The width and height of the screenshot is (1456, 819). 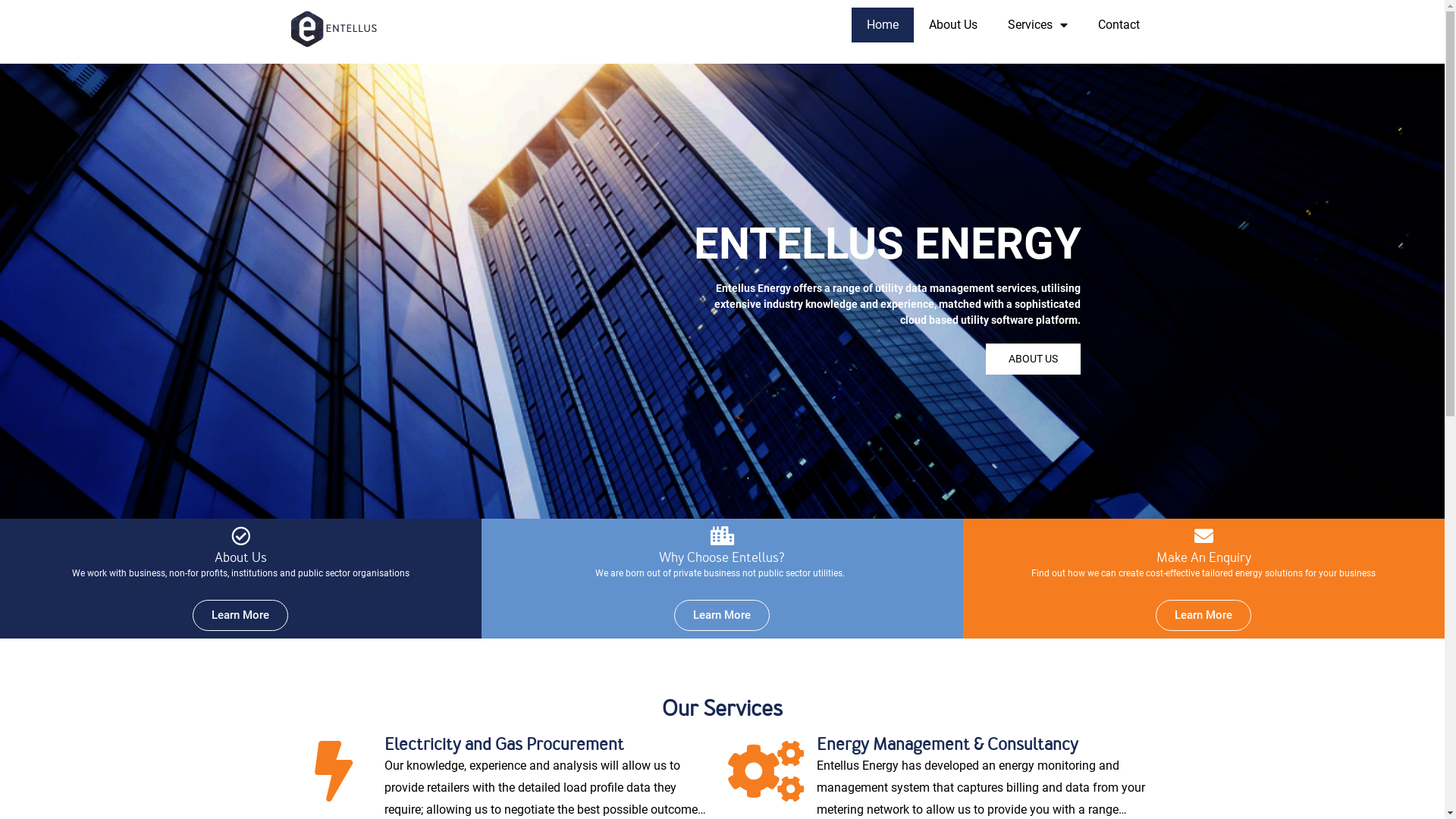 I want to click on 'Services', so click(x=1036, y=25).